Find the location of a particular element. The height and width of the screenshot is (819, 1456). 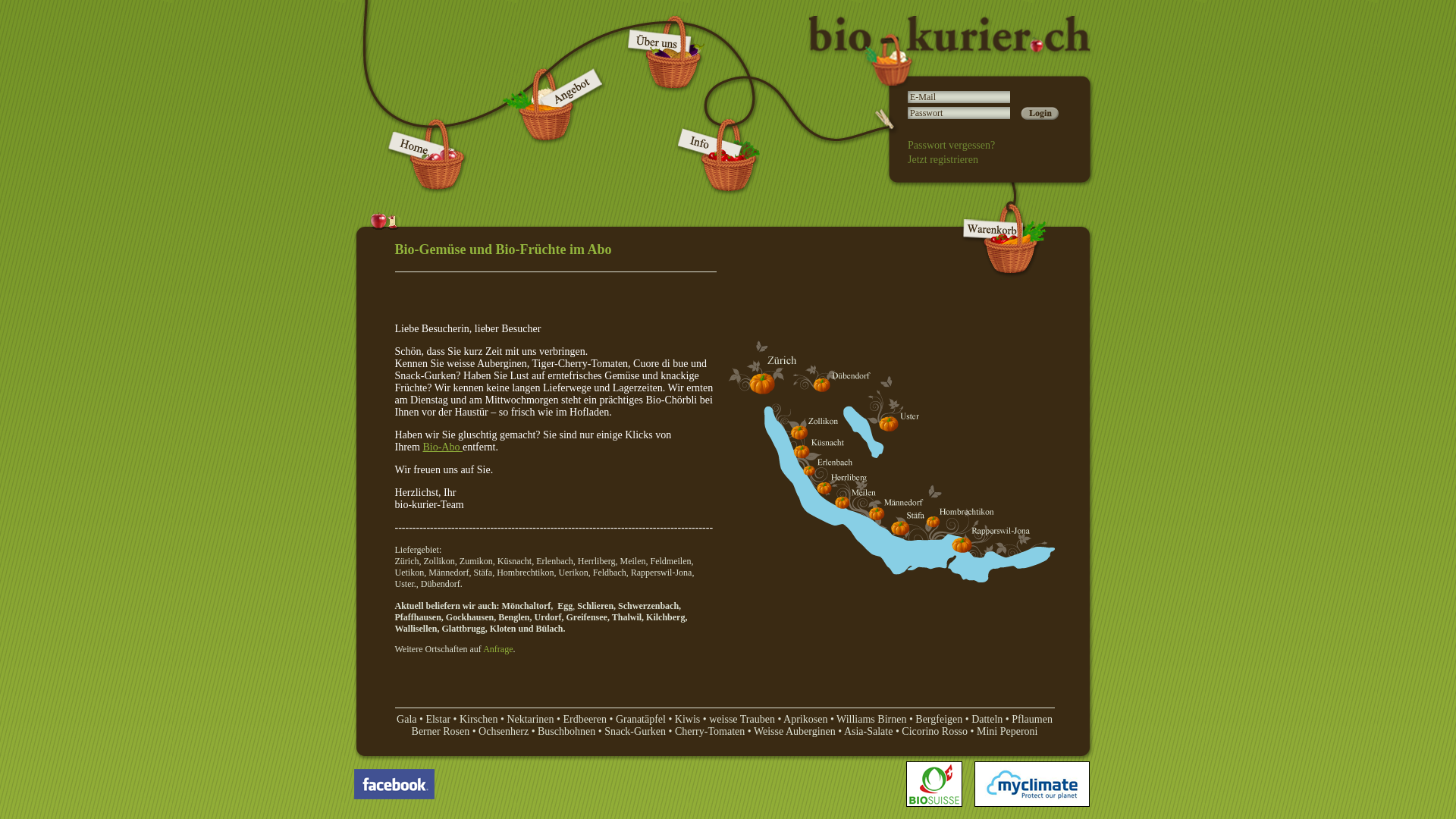

'Login' is located at coordinates (1039, 112).